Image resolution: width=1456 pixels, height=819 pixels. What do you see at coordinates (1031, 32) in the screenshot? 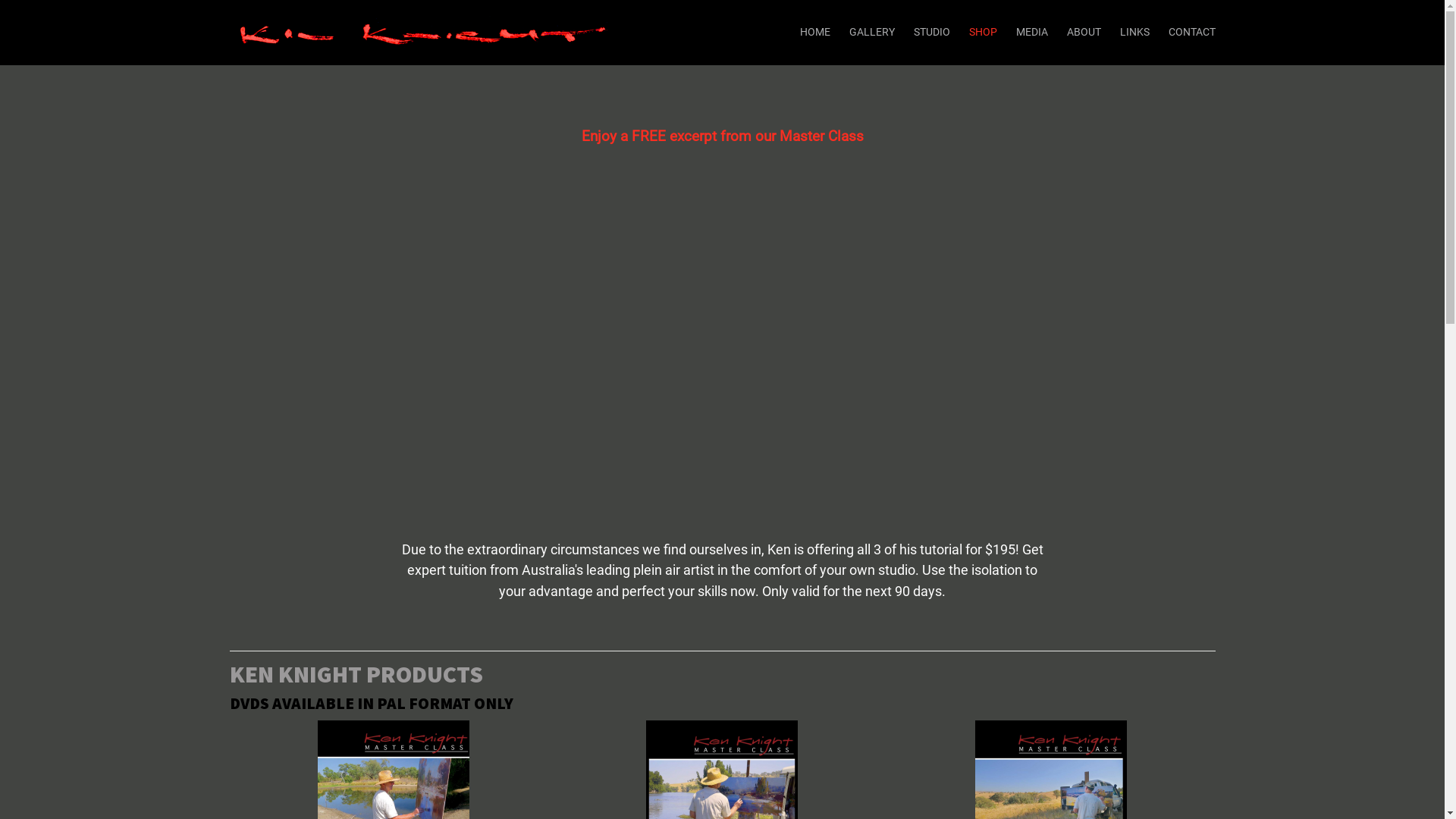
I see `'MEDIA'` at bounding box center [1031, 32].